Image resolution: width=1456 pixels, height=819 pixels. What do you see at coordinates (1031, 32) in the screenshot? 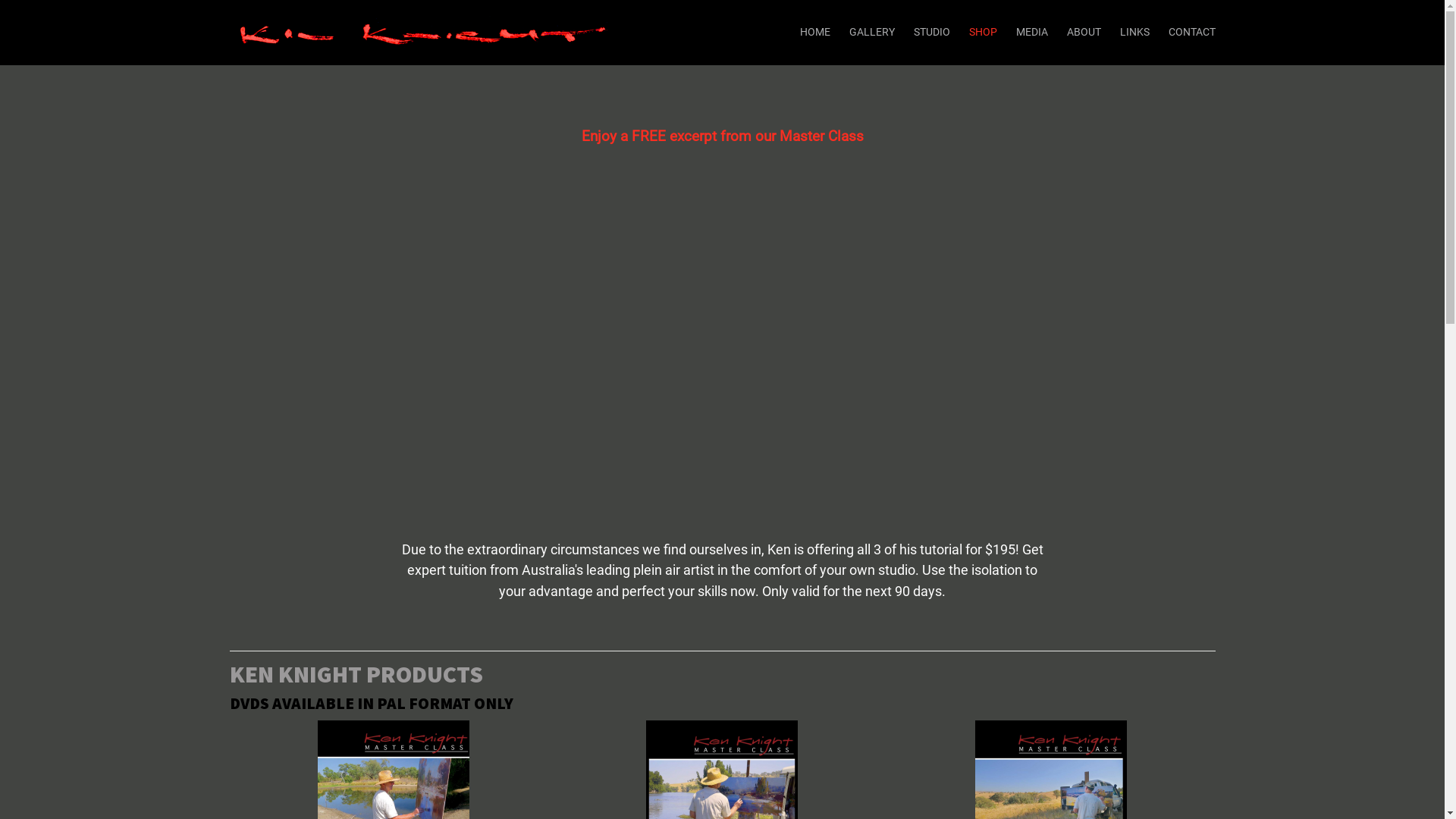
I see `'MEDIA'` at bounding box center [1031, 32].